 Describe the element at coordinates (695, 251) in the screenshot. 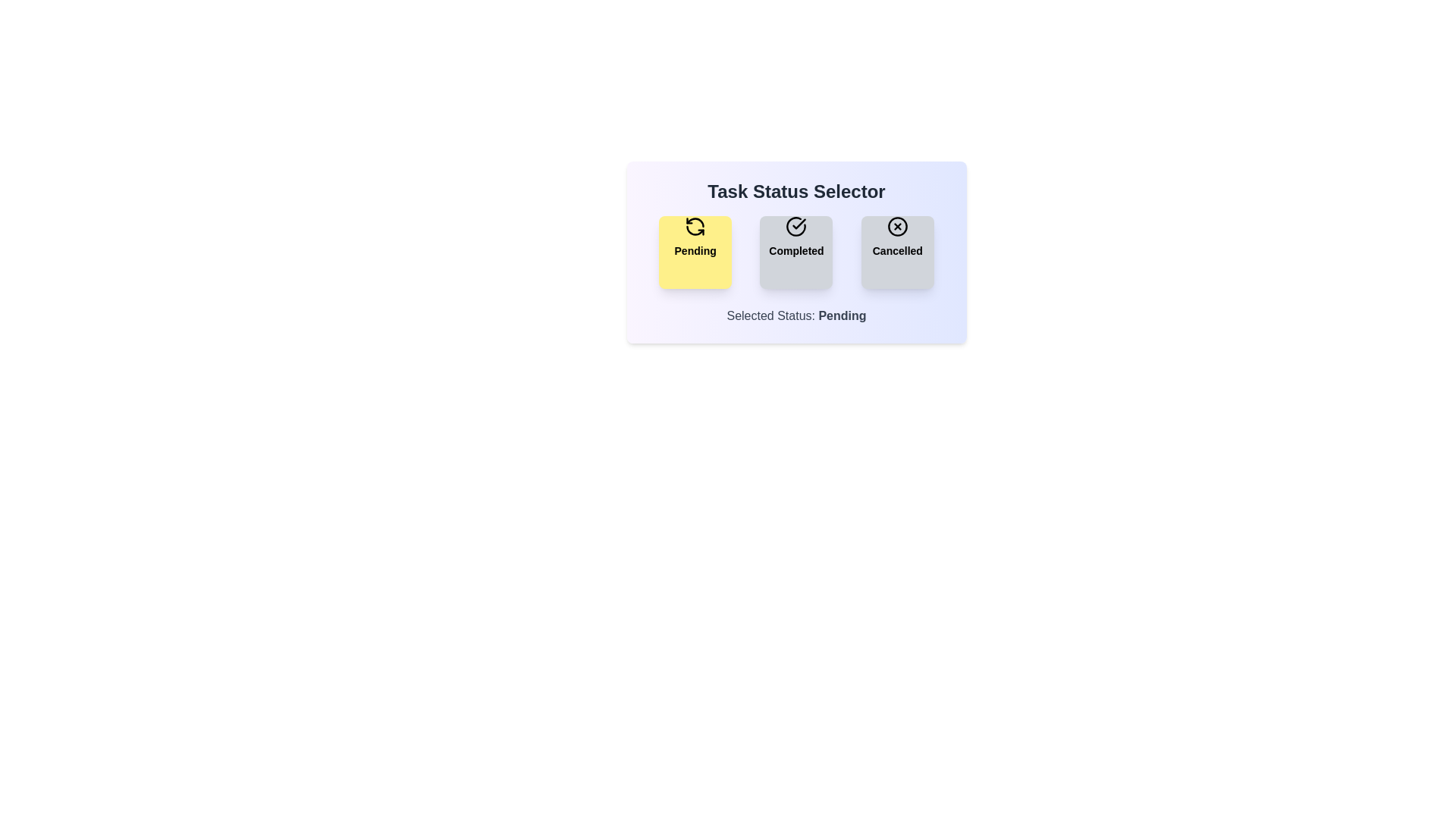

I see `the Pending button to observe its hover effect` at that location.